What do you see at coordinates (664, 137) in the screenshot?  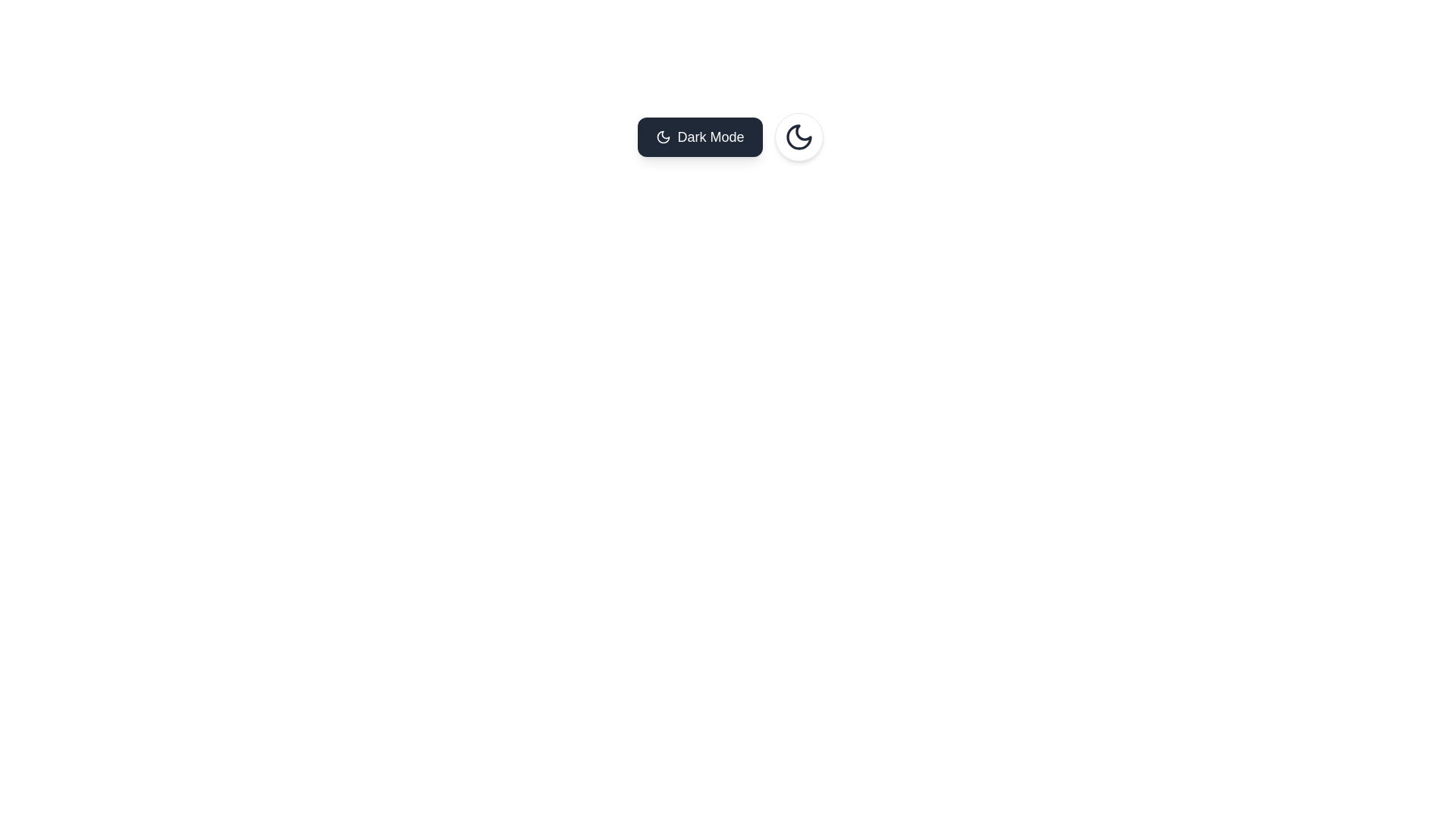 I see `the moon icon representing the 'Dark Mode' functionality` at bounding box center [664, 137].